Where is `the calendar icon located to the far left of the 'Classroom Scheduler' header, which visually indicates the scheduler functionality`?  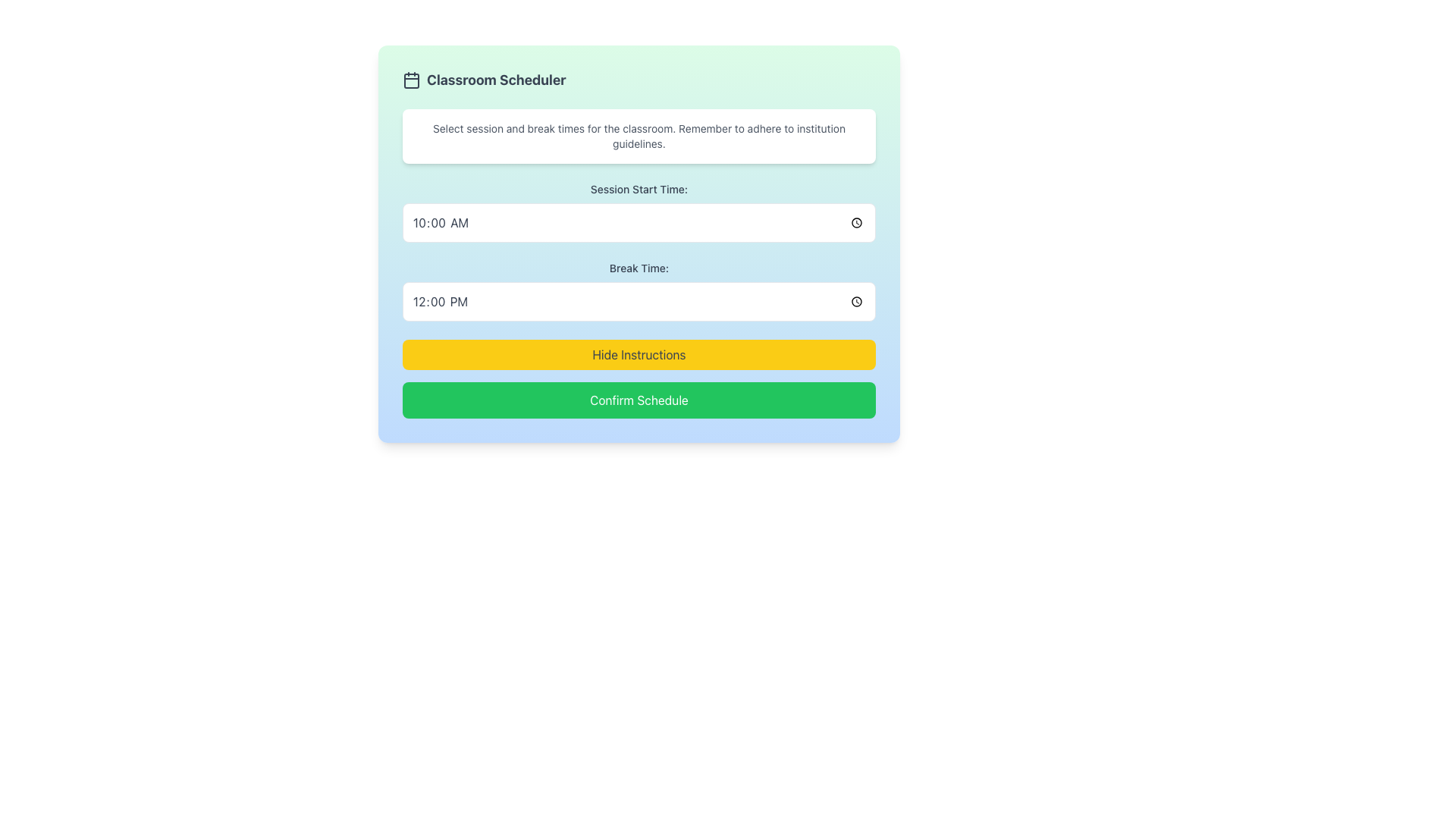
the calendar icon located to the far left of the 'Classroom Scheduler' header, which visually indicates the scheduler functionality is located at coordinates (411, 80).